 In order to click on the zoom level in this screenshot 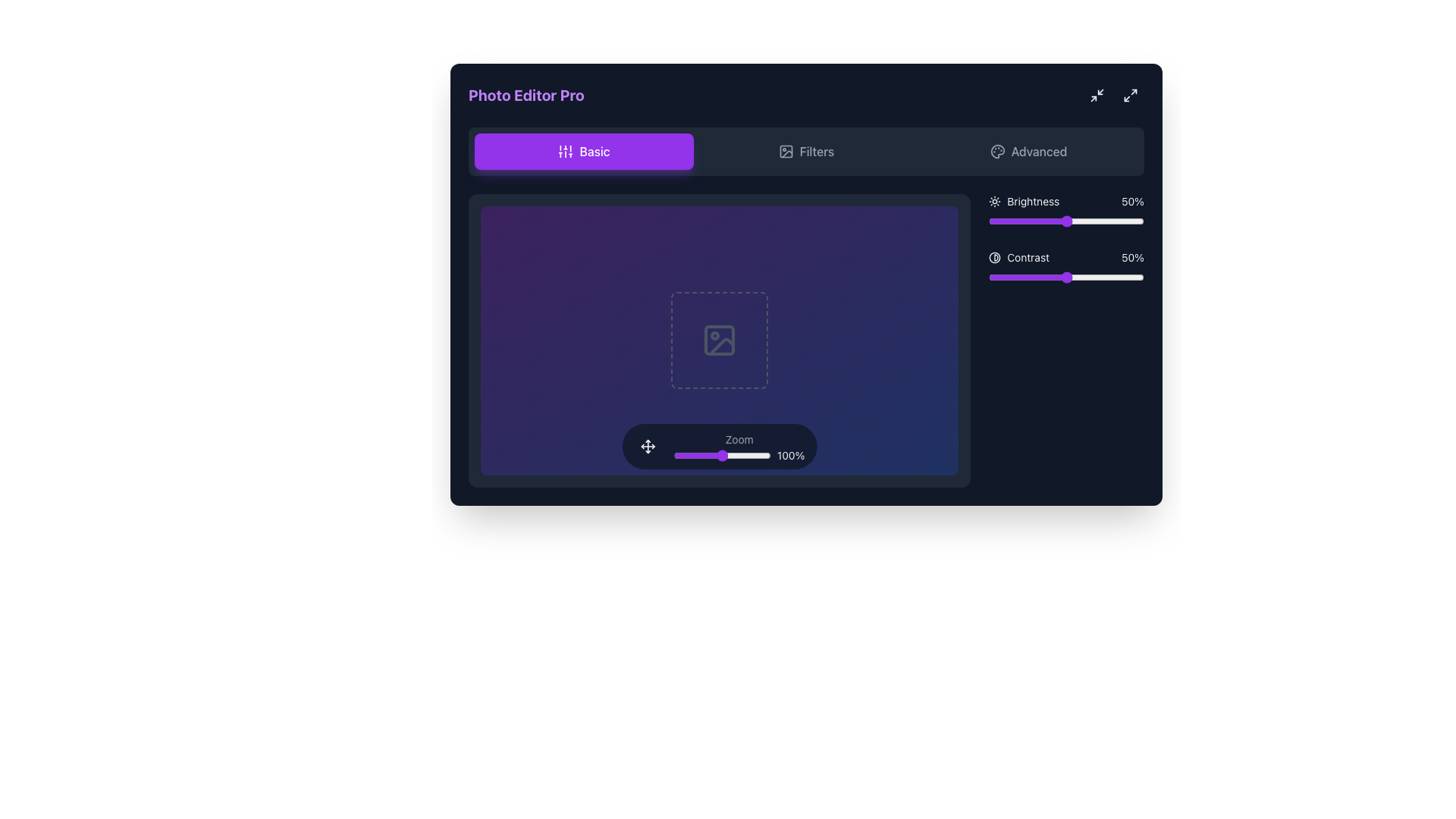, I will do `click(686, 454)`.